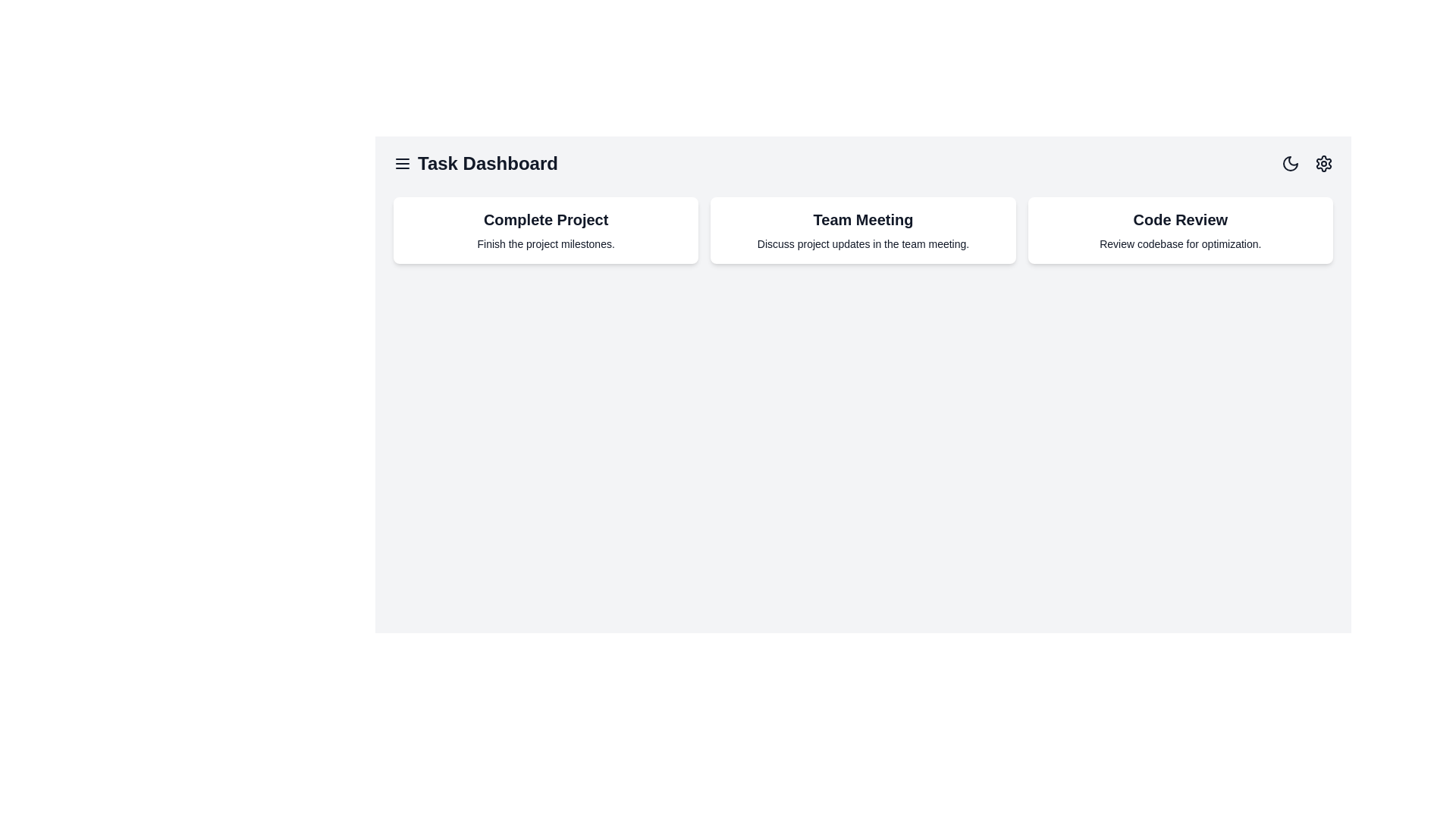 The image size is (1456, 819). Describe the element at coordinates (475, 164) in the screenshot. I see `the header text element located in the top left corner of the display, which serves as a link for the current section` at that location.